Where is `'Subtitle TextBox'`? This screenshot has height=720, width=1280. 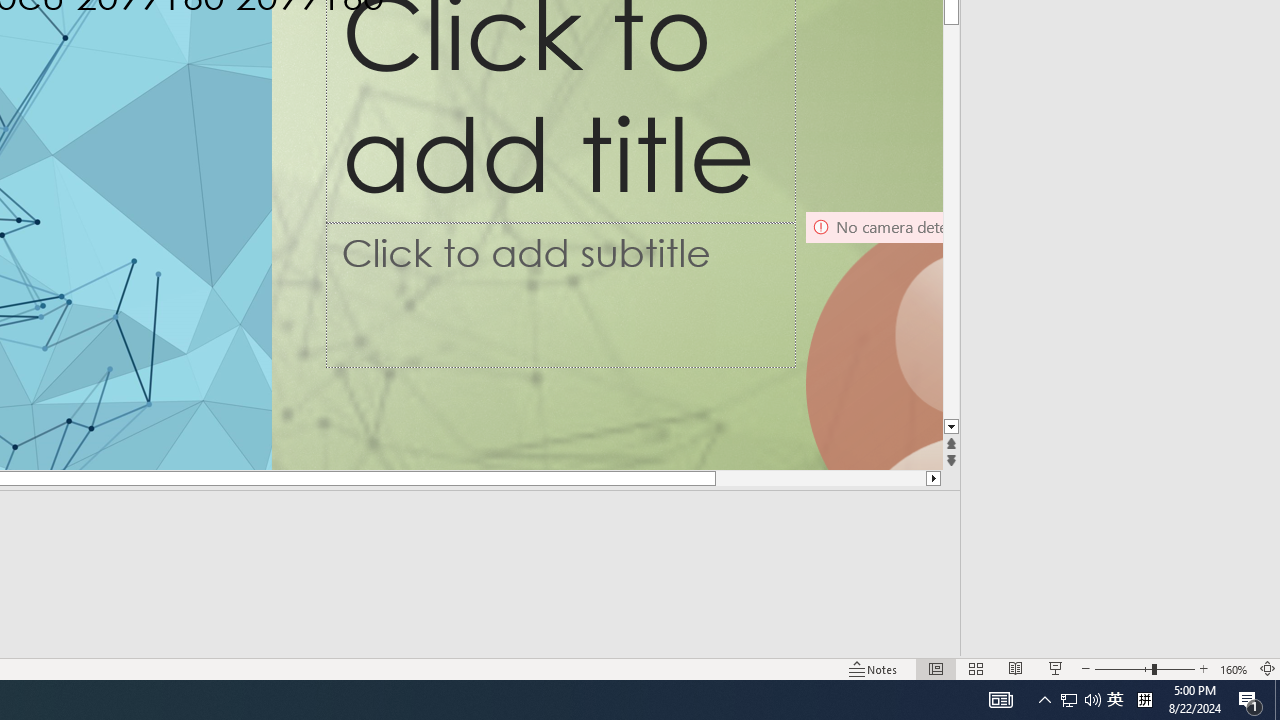
'Subtitle TextBox' is located at coordinates (560, 294).